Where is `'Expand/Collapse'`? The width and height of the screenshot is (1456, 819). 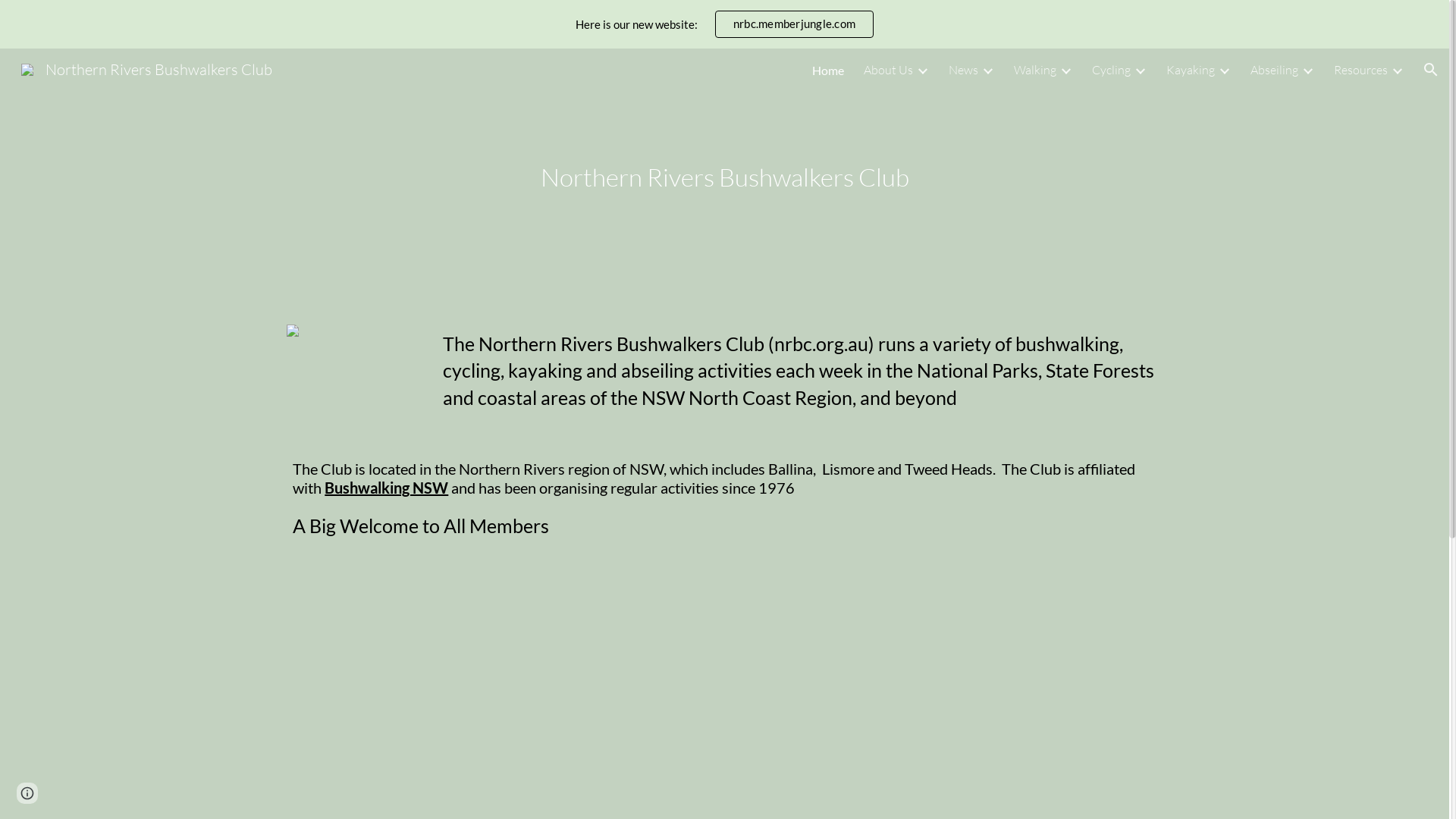 'Expand/Collapse' is located at coordinates (980, 70).